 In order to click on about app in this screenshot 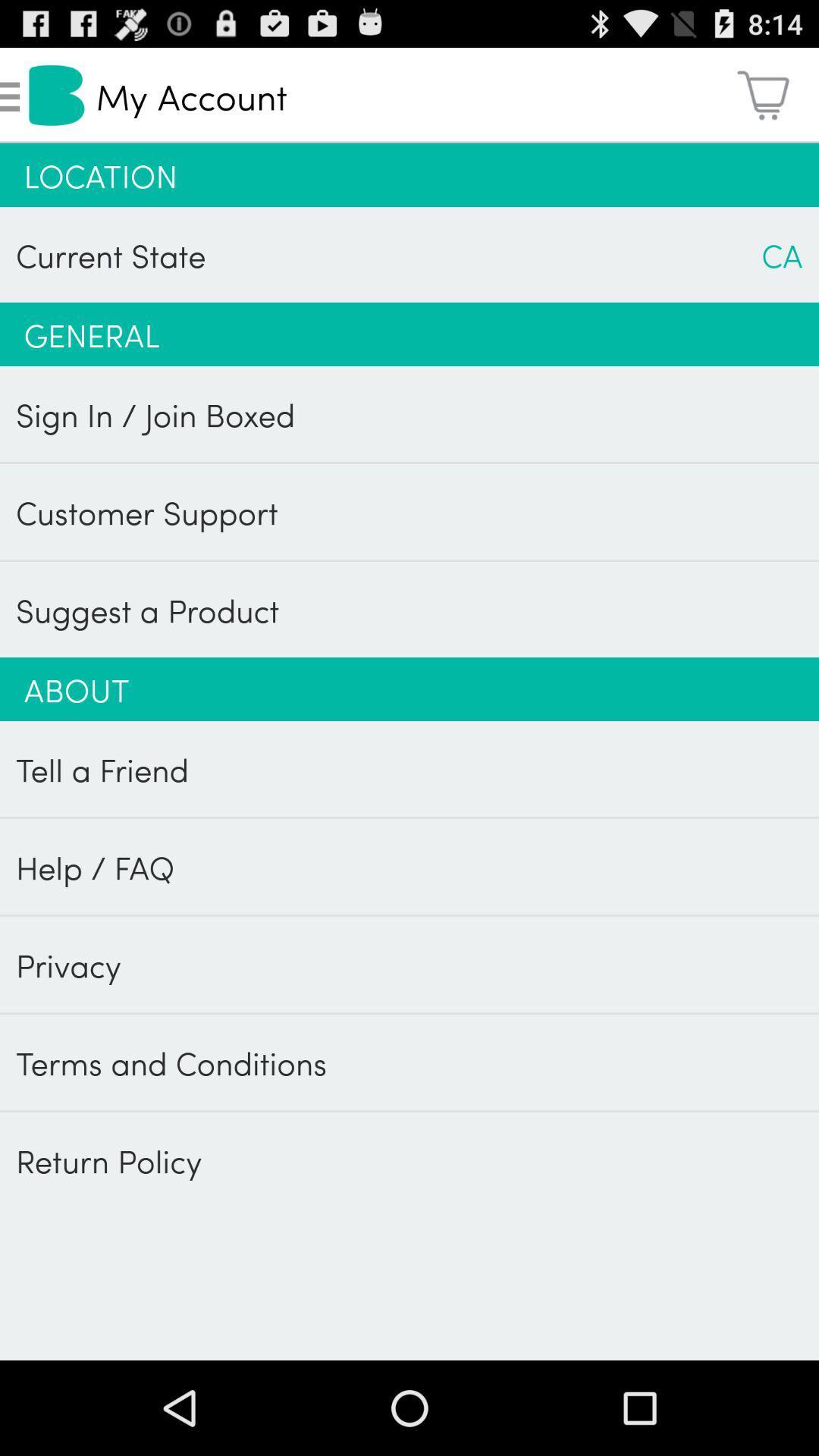, I will do `click(409, 688)`.